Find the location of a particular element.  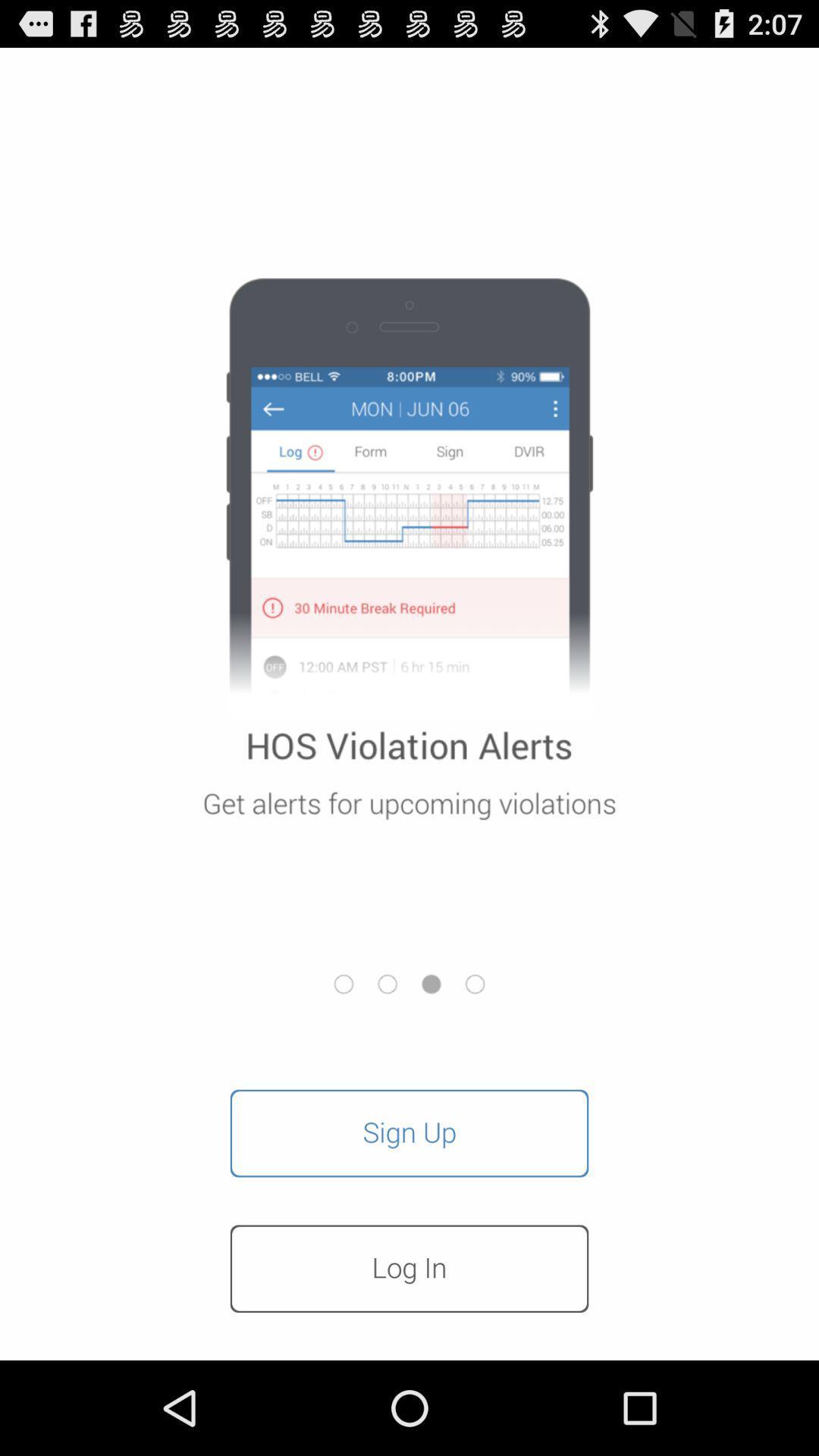

the sign up is located at coordinates (409, 1133).